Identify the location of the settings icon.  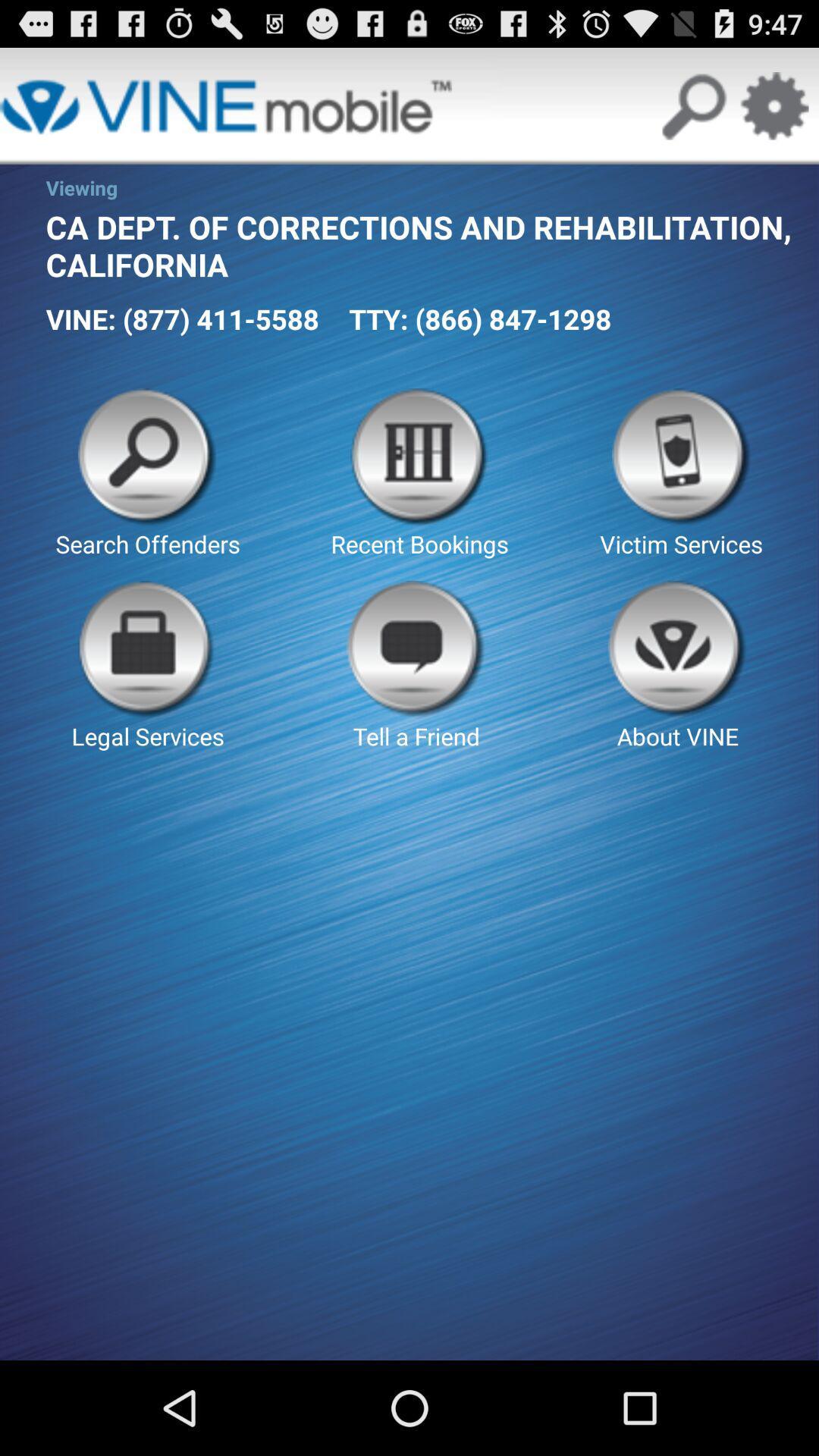
(773, 112).